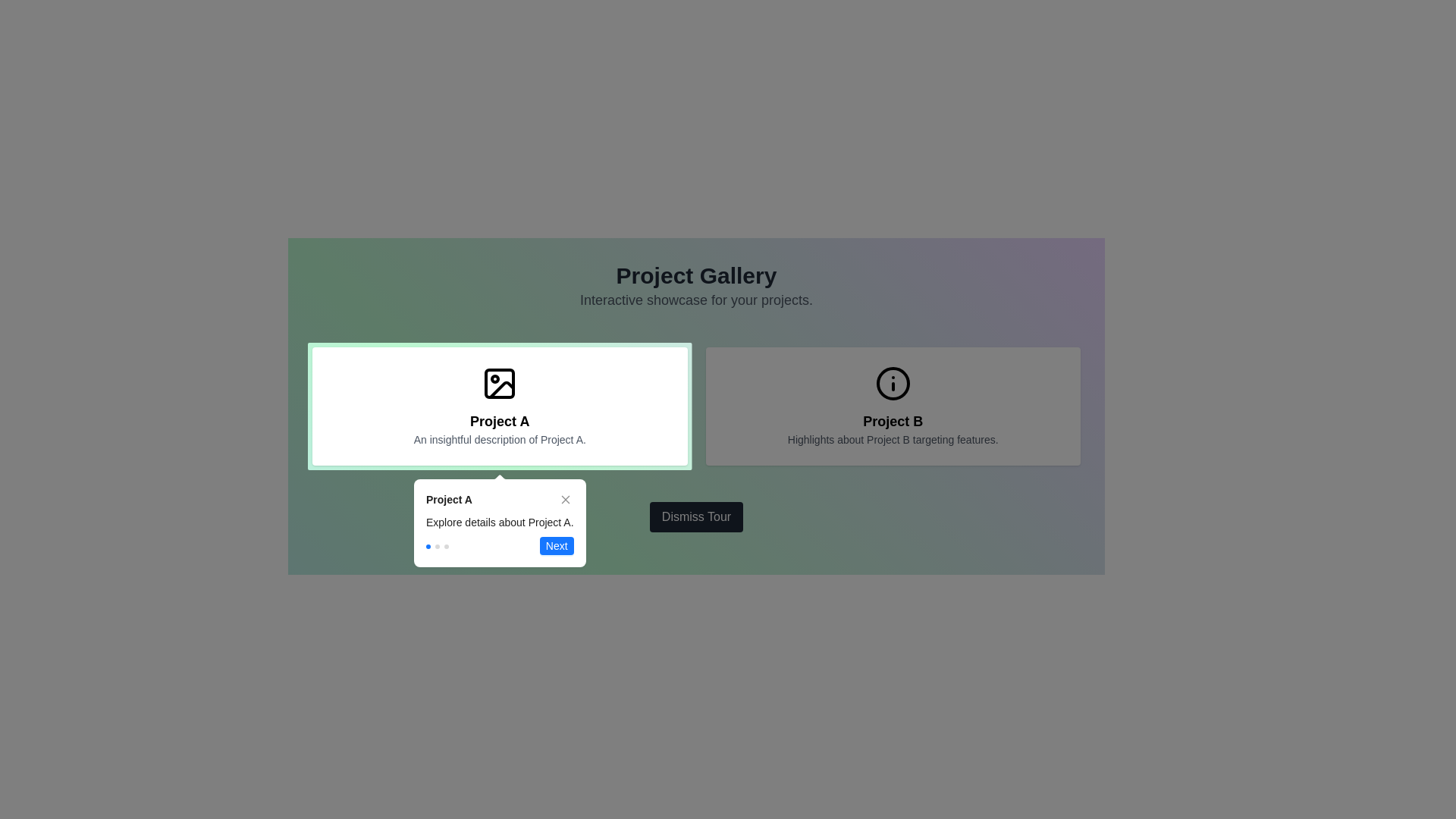  What do you see at coordinates (893, 382) in the screenshot?
I see `the information icon represented by a circular outline with the letter 'i', located in the content box for 'Project B'` at bounding box center [893, 382].